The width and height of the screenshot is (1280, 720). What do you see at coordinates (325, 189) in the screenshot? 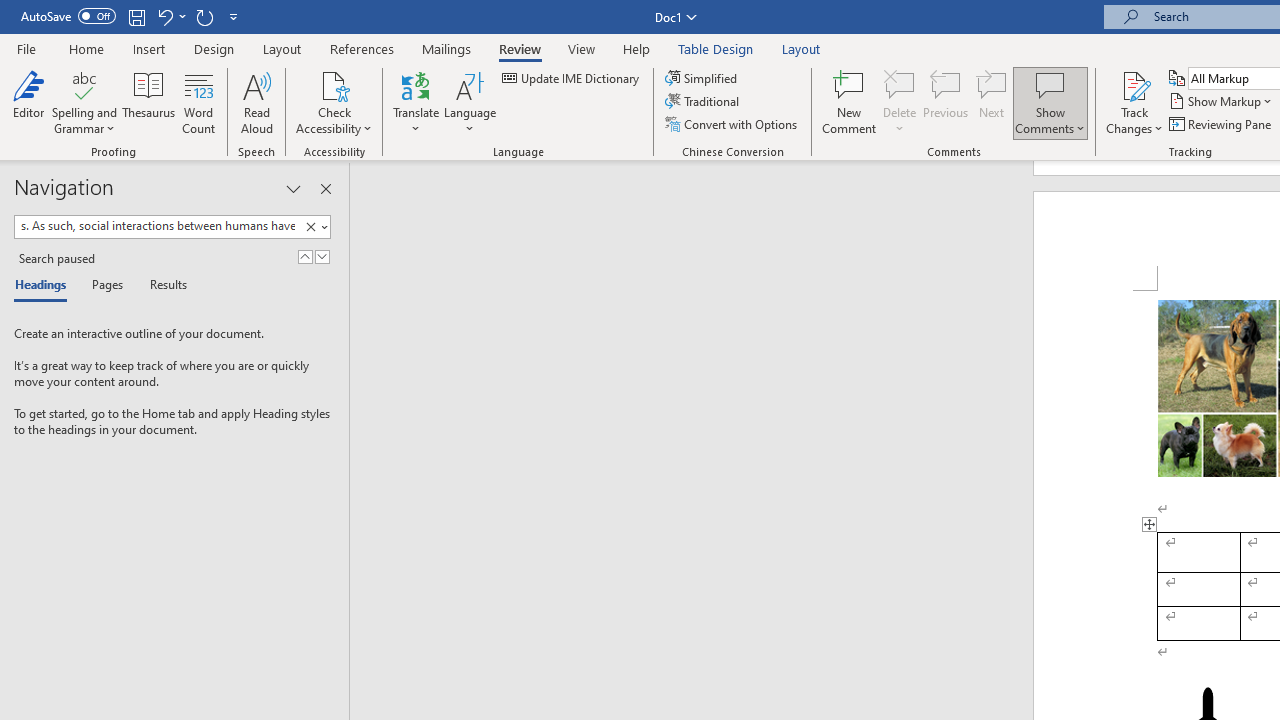
I see `'Close pane'` at bounding box center [325, 189].